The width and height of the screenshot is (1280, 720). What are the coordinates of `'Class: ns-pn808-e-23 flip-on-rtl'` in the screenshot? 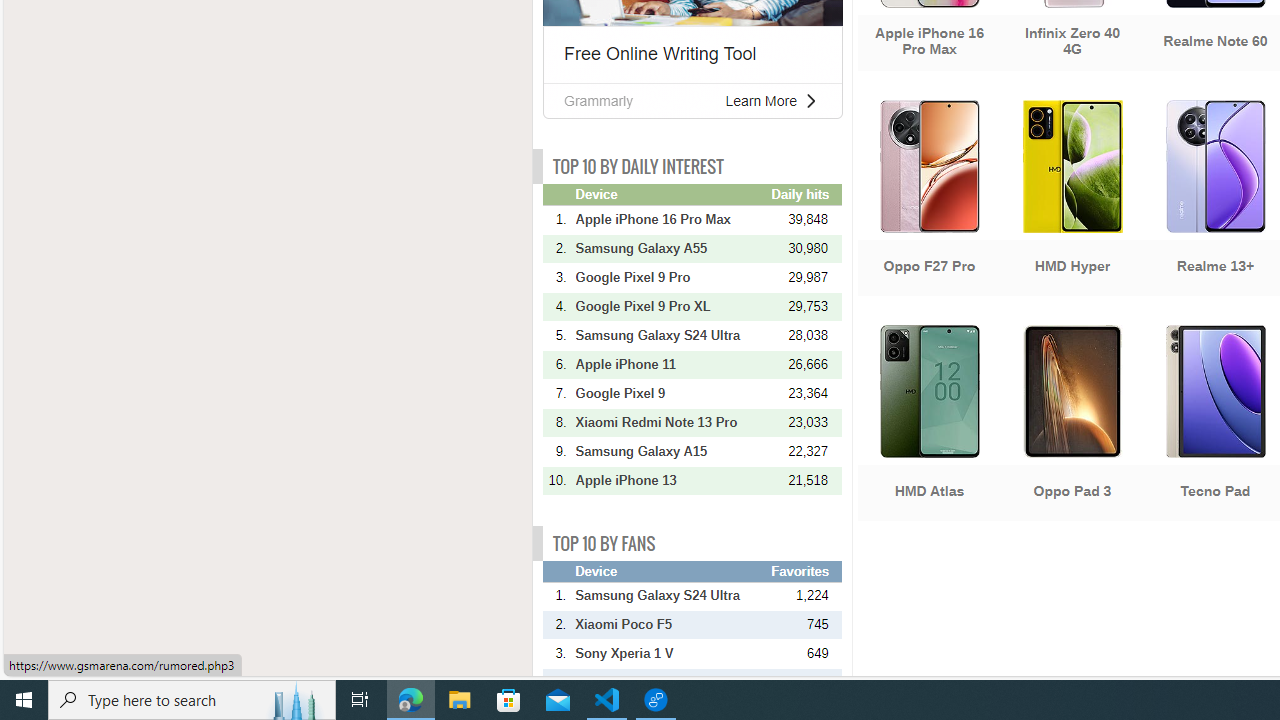 It's located at (810, 100).